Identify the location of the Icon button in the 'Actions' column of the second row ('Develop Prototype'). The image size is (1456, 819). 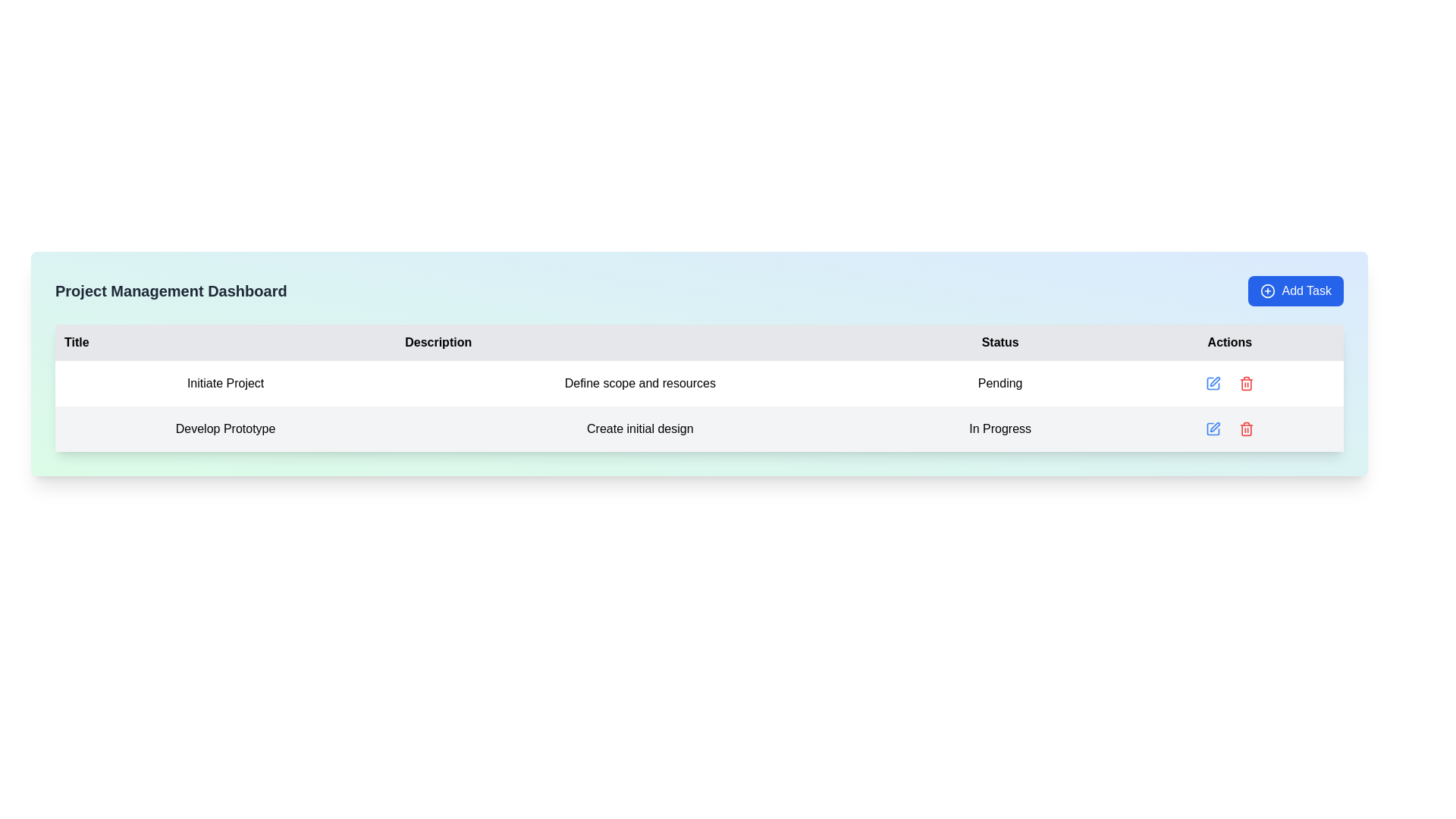
(1212, 429).